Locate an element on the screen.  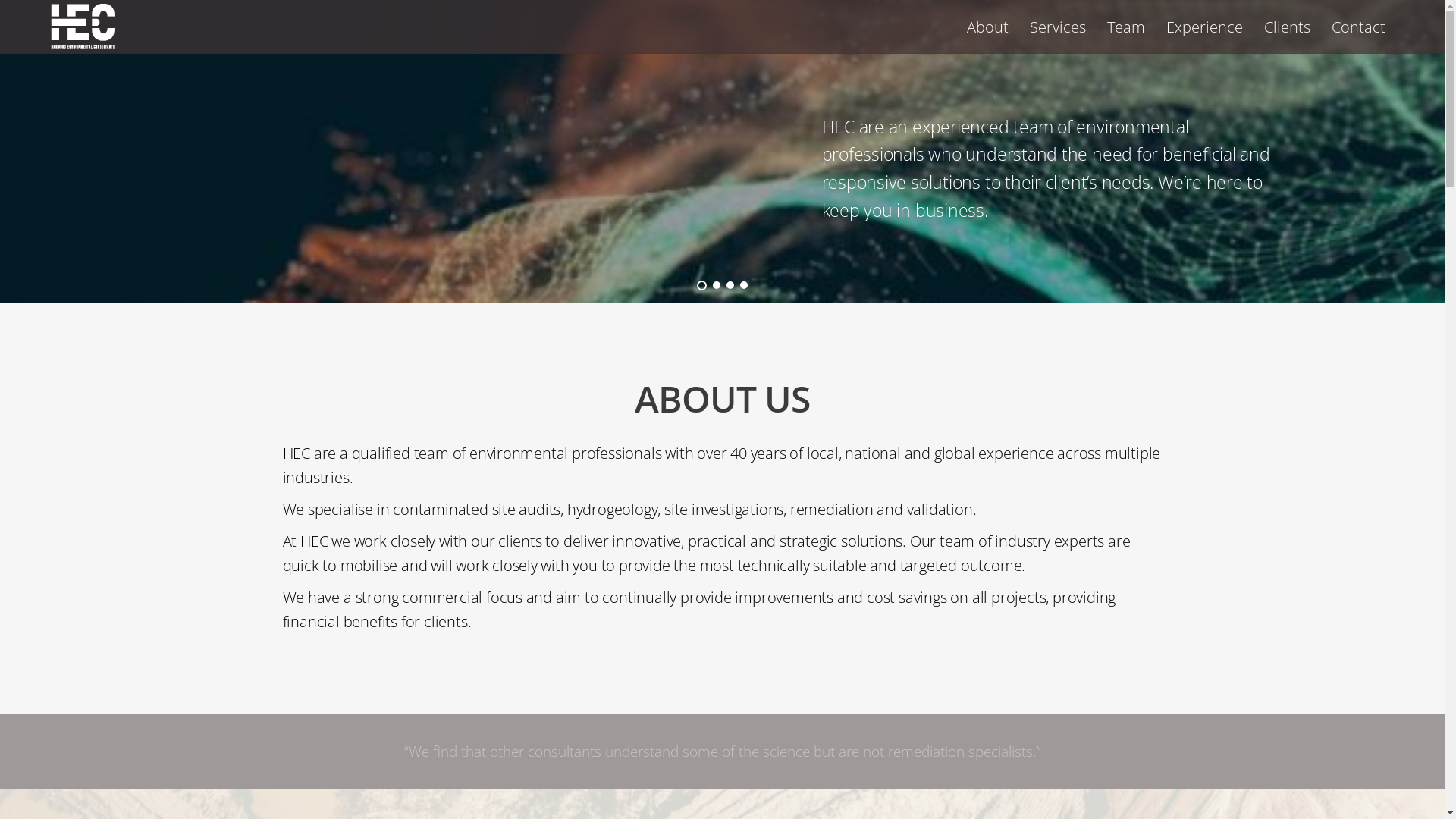
'Contact' is located at coordinates (1358, 27).